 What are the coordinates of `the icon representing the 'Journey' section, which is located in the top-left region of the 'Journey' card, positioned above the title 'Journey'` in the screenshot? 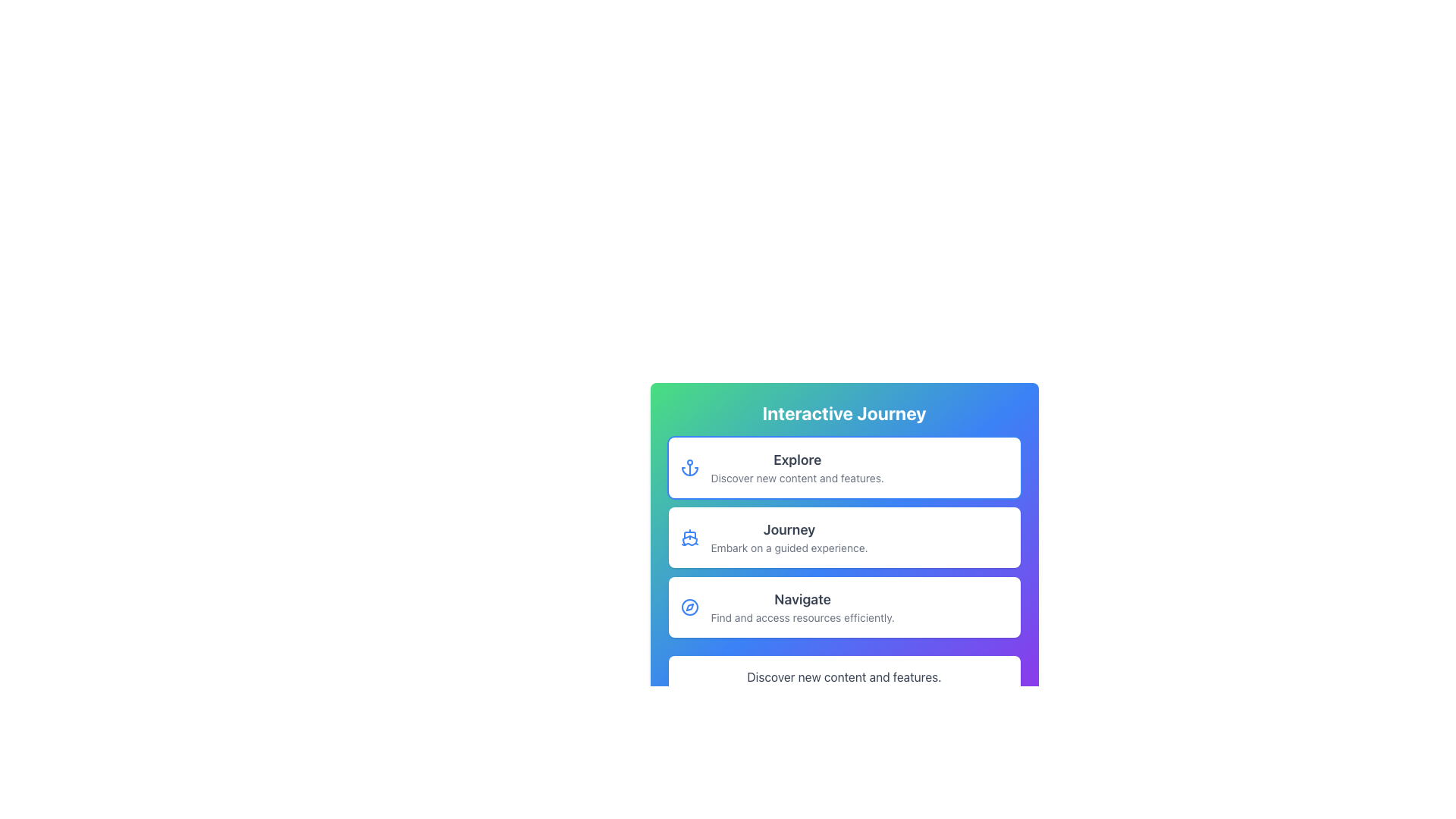 It's located at (689, 537).